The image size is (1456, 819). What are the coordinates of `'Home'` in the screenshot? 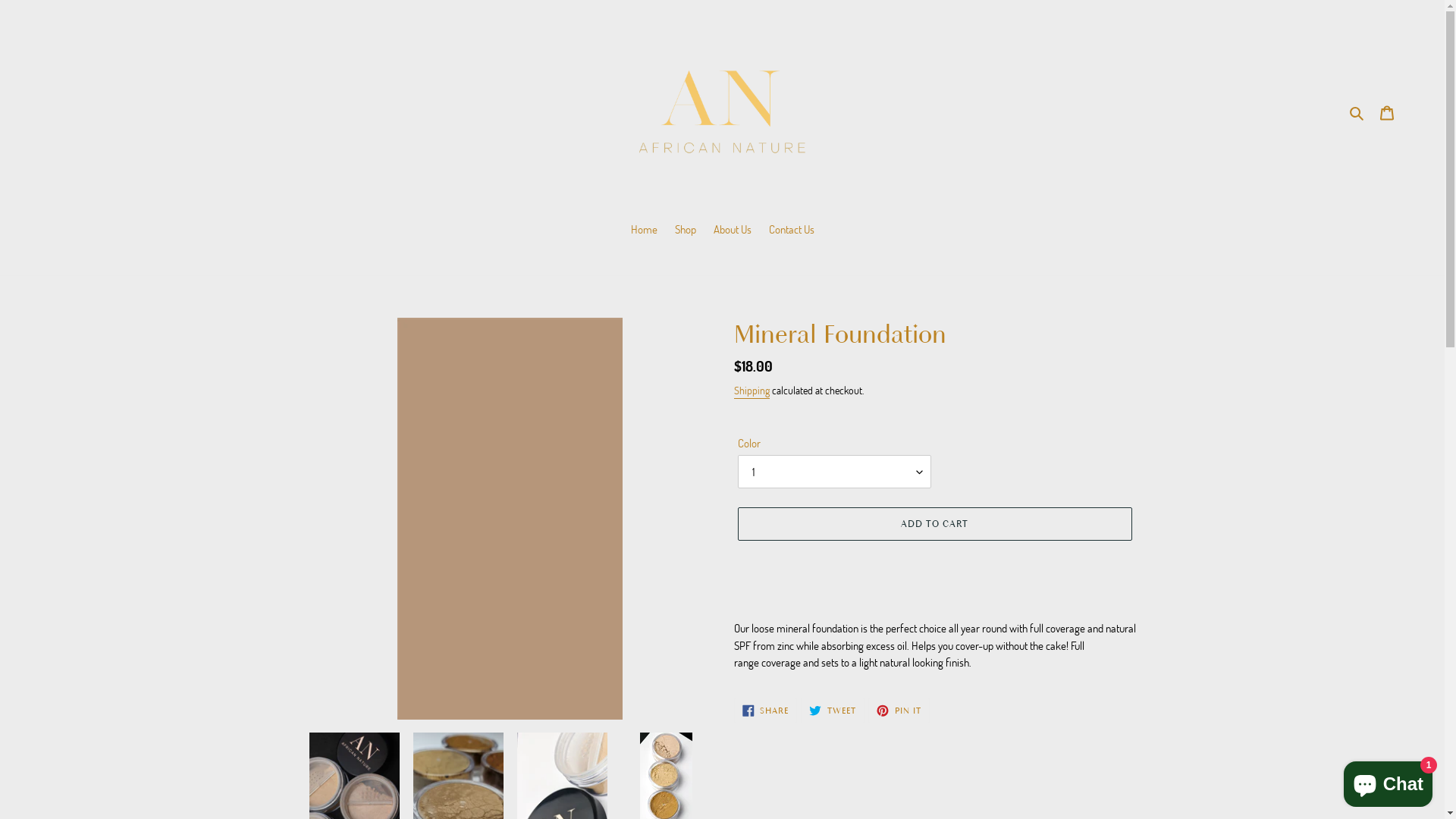 It's located at (644, 231).